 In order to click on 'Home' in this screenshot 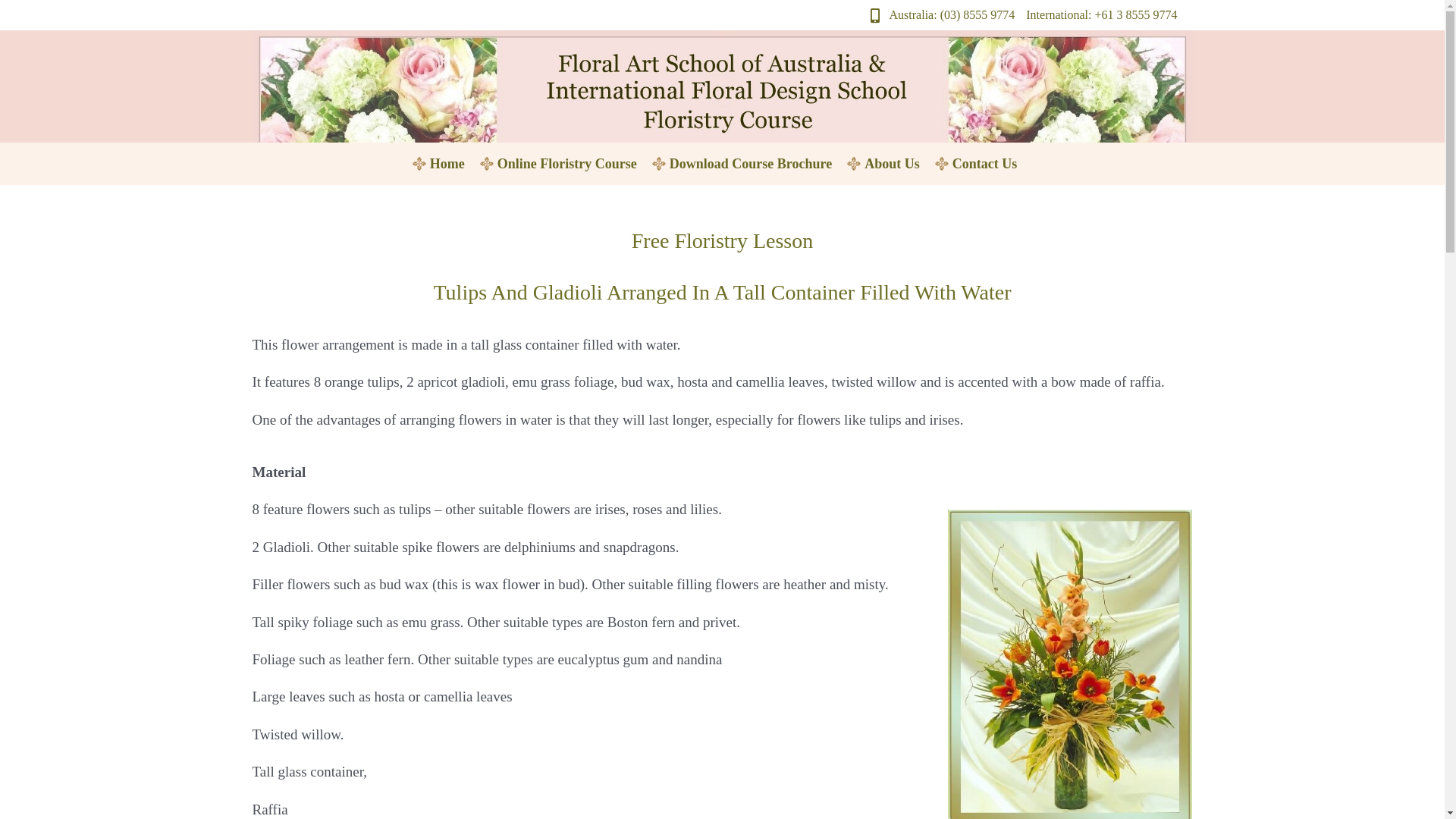, I will do `click(447, 164)`.